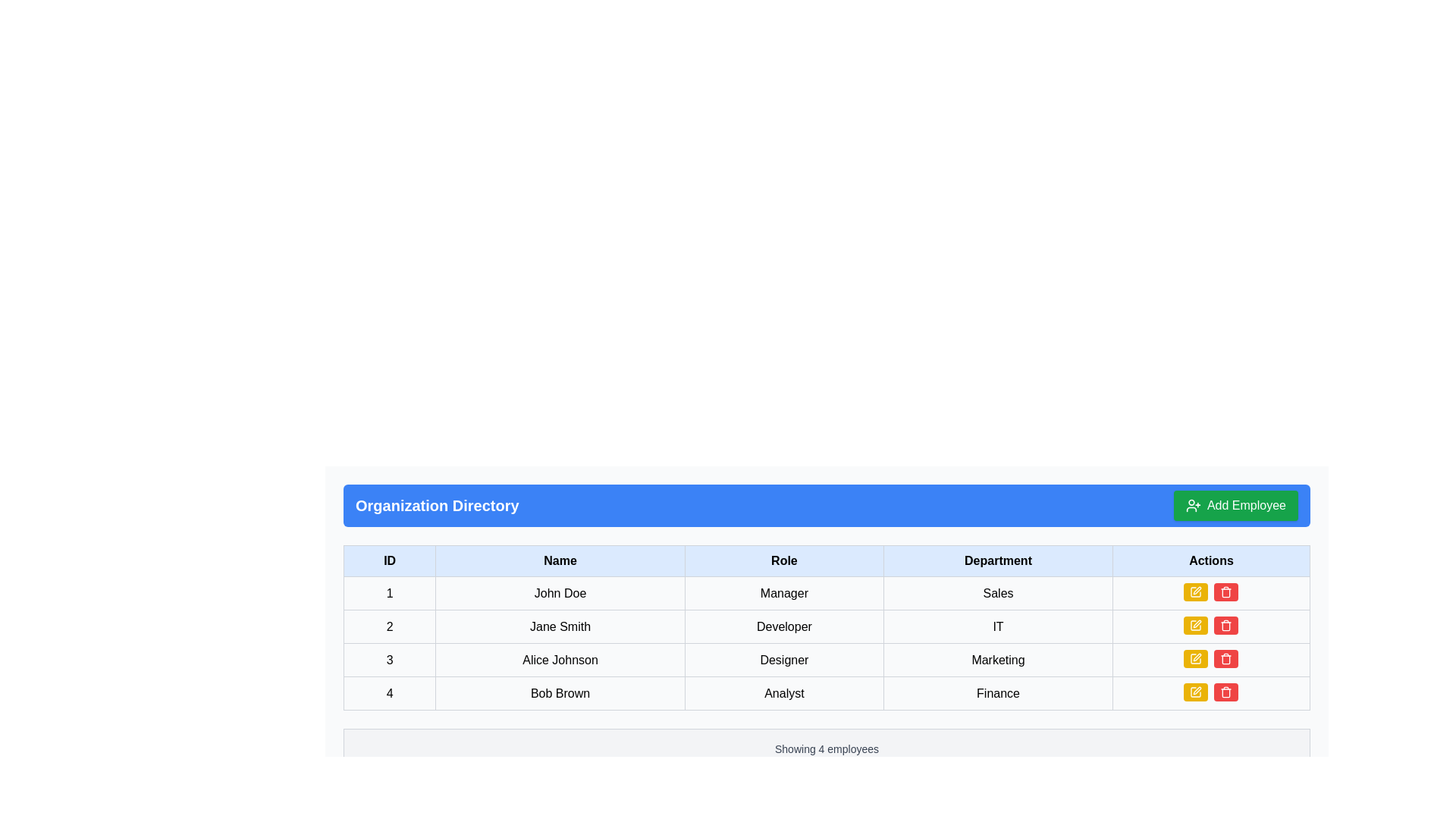  I want to click on the green button labeled 'Add Employee' located on the right side of the 'Organization Directory' header, so click(1235, 506).